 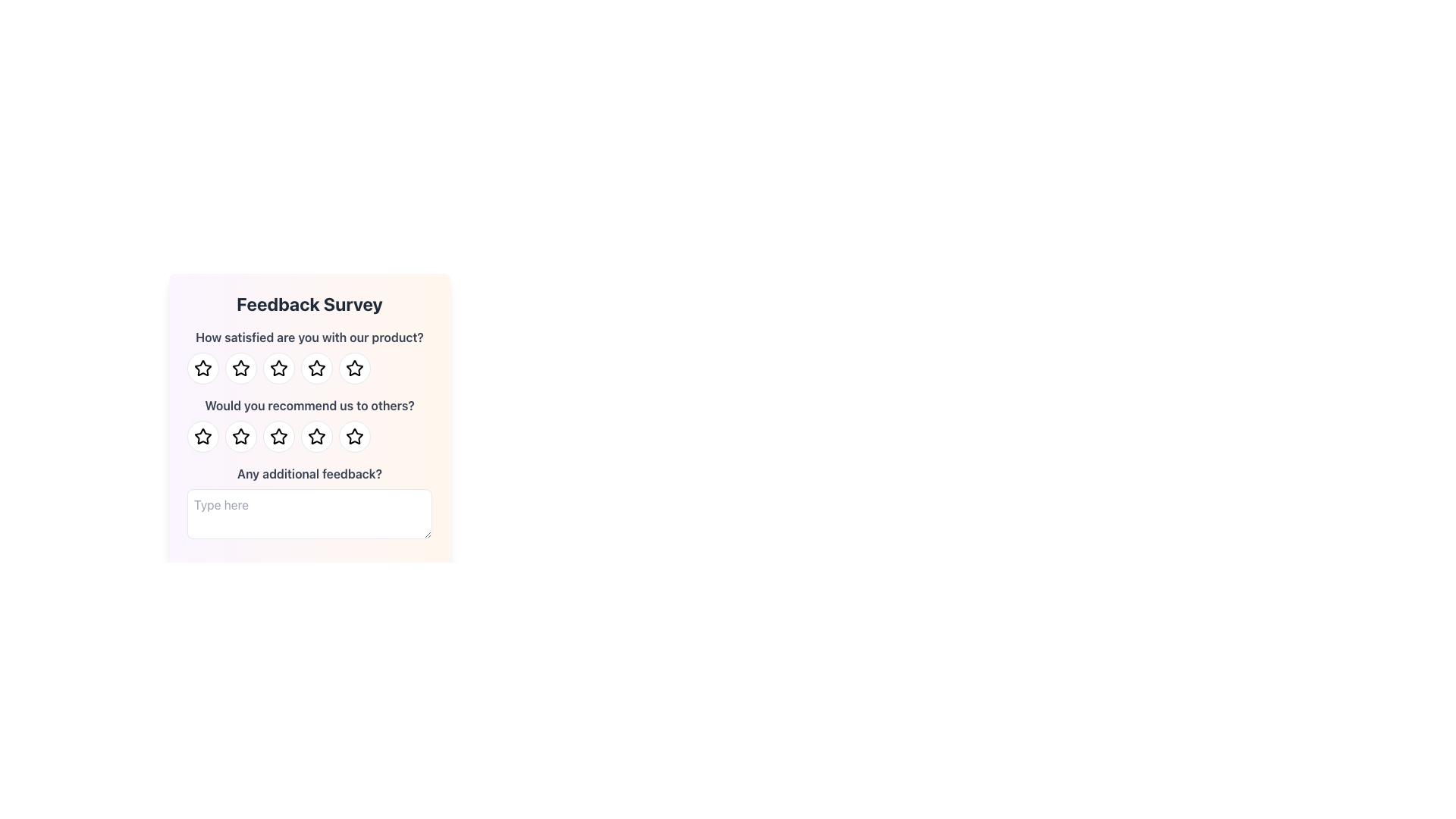 I want to click on the first star icon button, so click(x=202, y=368).